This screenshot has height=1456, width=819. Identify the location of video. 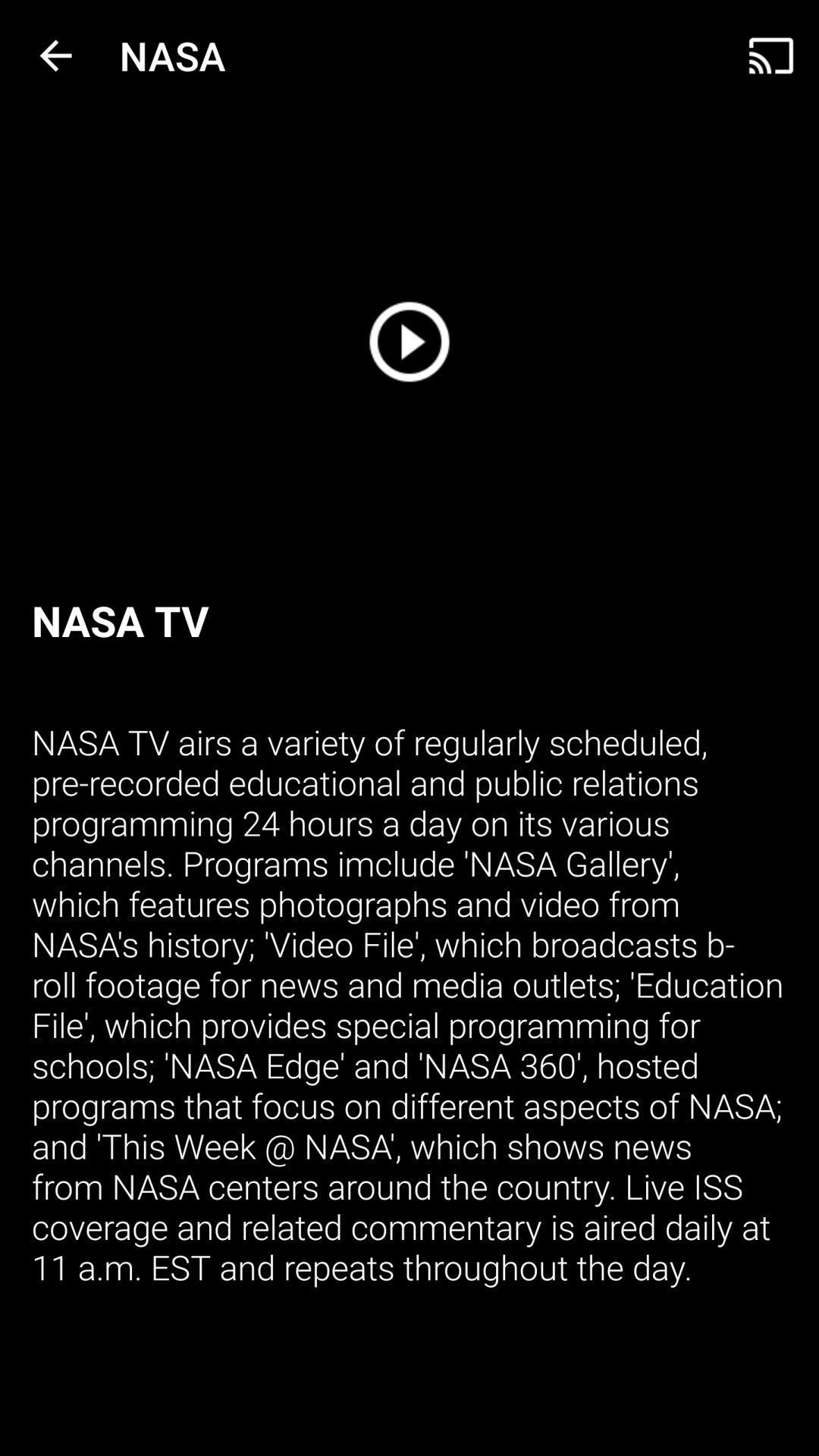
(409, 340).